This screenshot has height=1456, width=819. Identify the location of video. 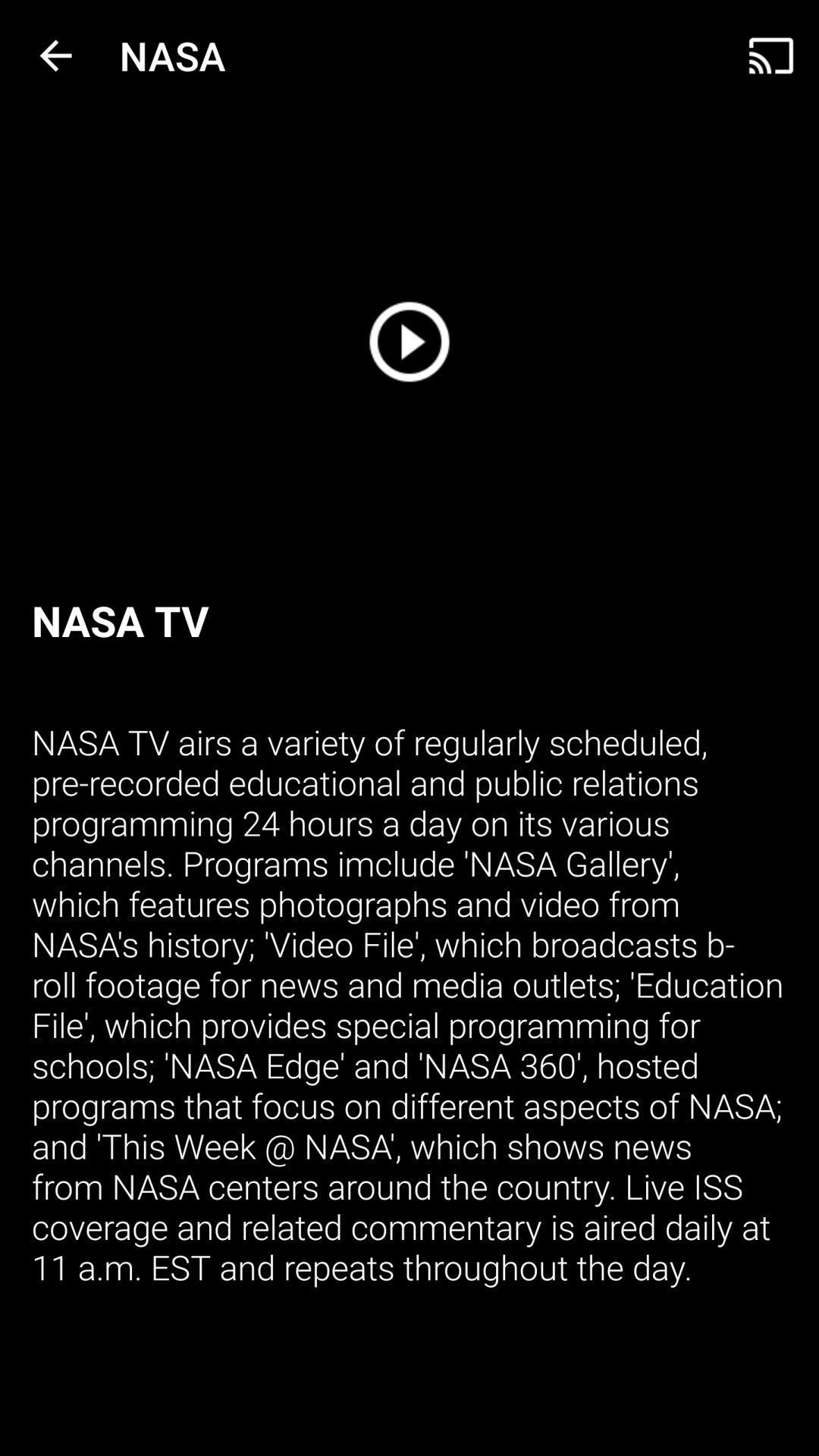
(409, 340).